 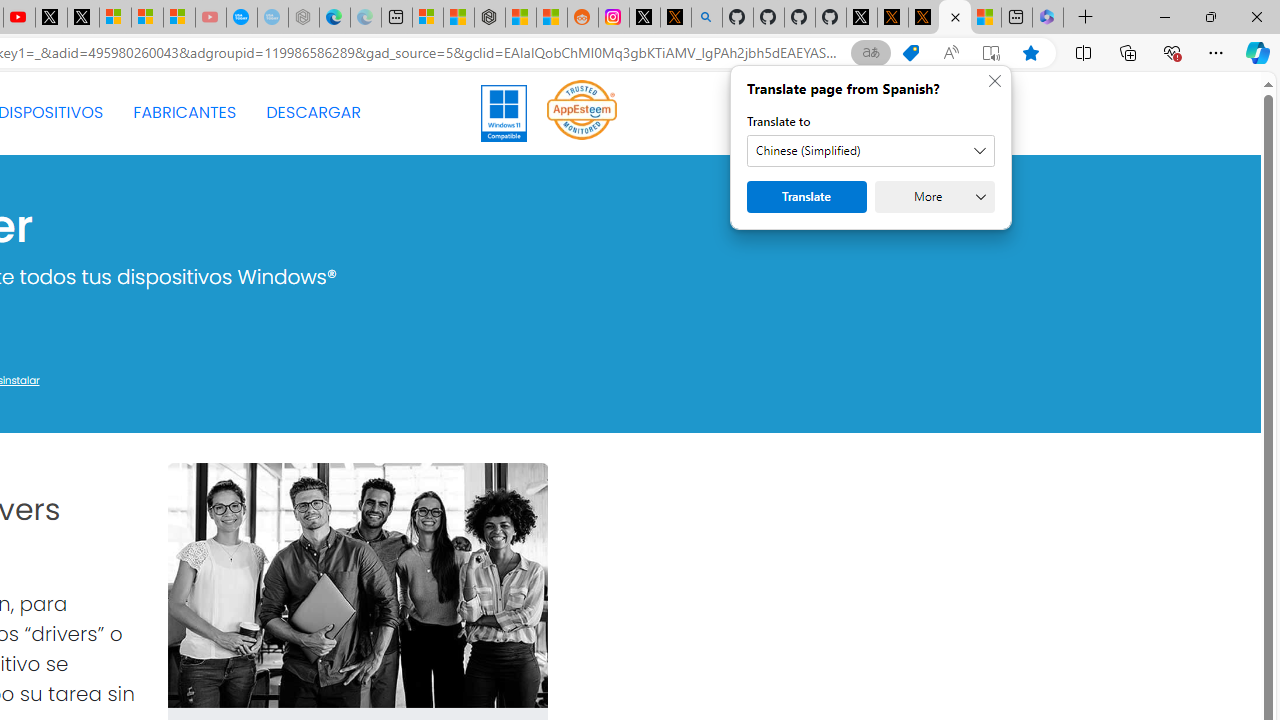 What do you see at coordinates (991, 52) in the screenshot?
I see `'Enter Immersive Reader (F9)'` at bounding box center [991, 52].